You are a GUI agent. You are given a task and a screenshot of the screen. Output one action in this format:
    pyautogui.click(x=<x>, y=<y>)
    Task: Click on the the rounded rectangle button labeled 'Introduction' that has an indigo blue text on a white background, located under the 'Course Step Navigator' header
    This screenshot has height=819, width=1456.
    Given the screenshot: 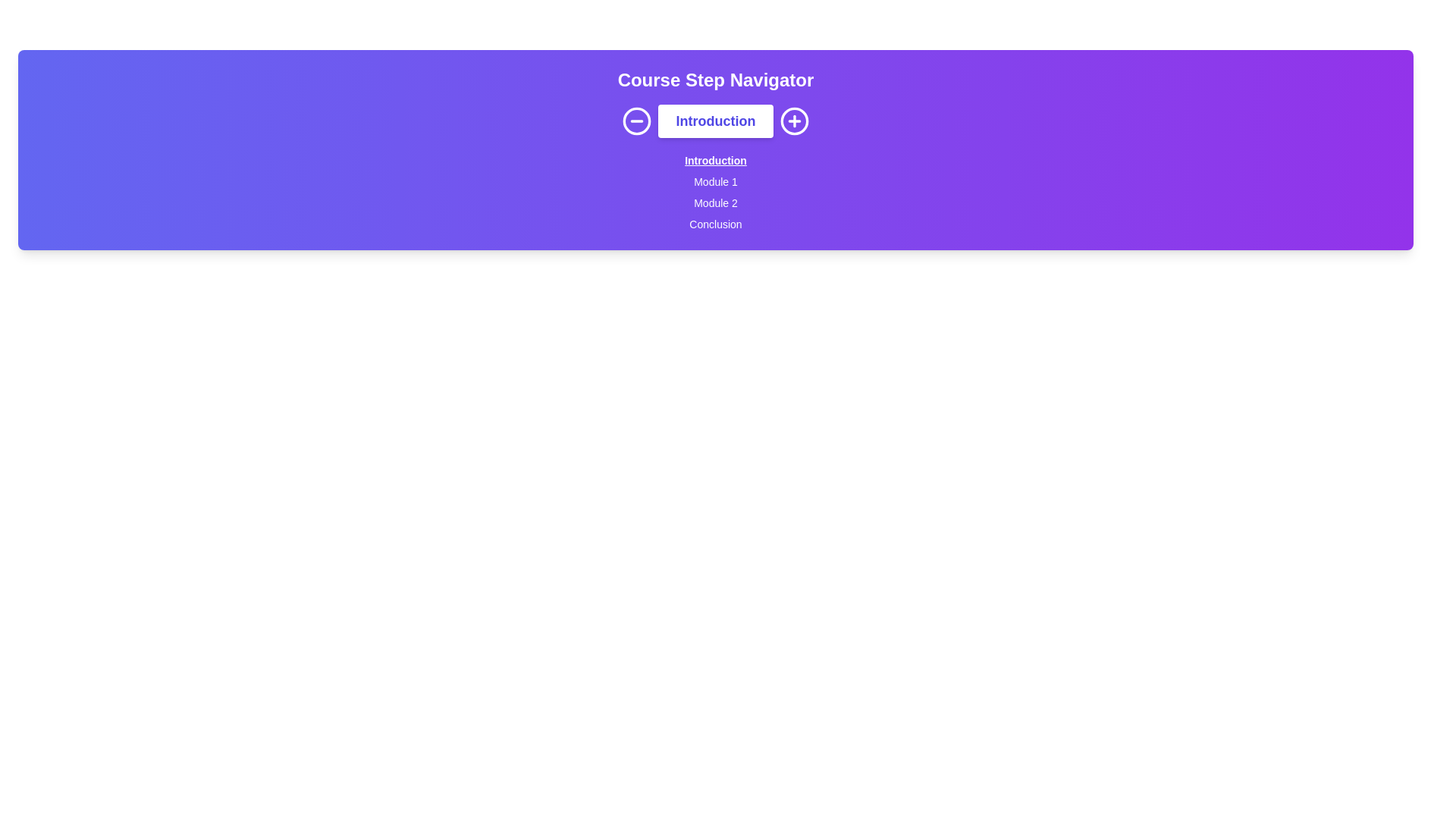 What is the action you would take?
    pyautogui.click(x=715, y=120)
    